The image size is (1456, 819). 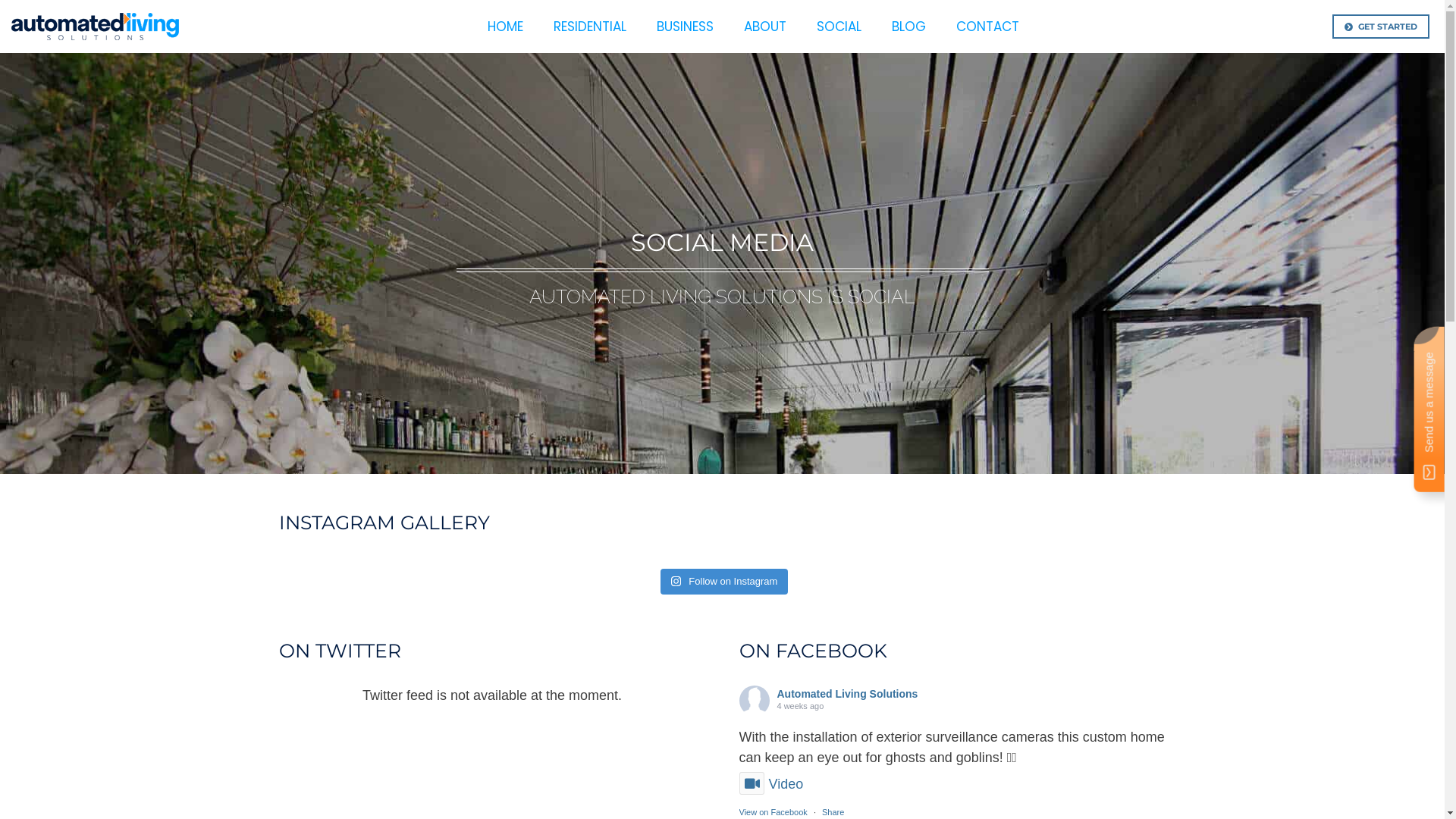 I want to click on 'Video', so click(x=770, y=783).